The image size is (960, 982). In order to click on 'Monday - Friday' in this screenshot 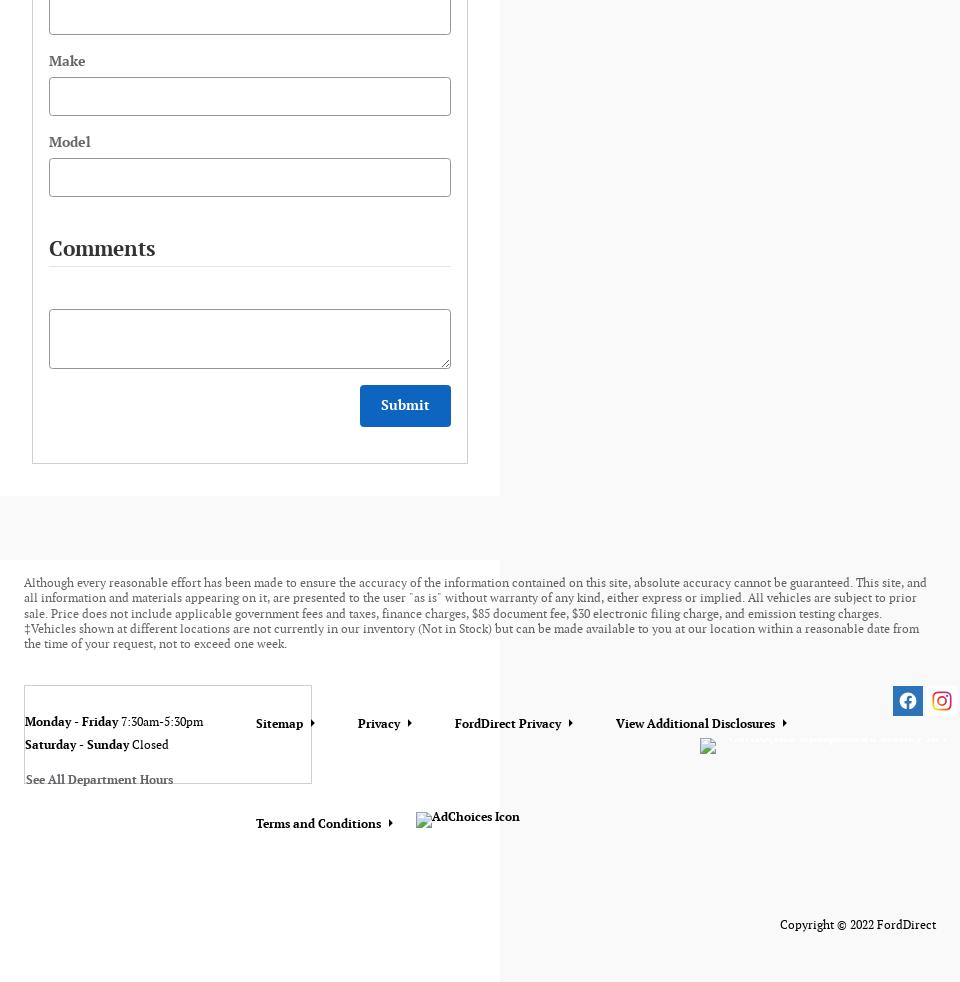, I will do `click(71, 720)`.